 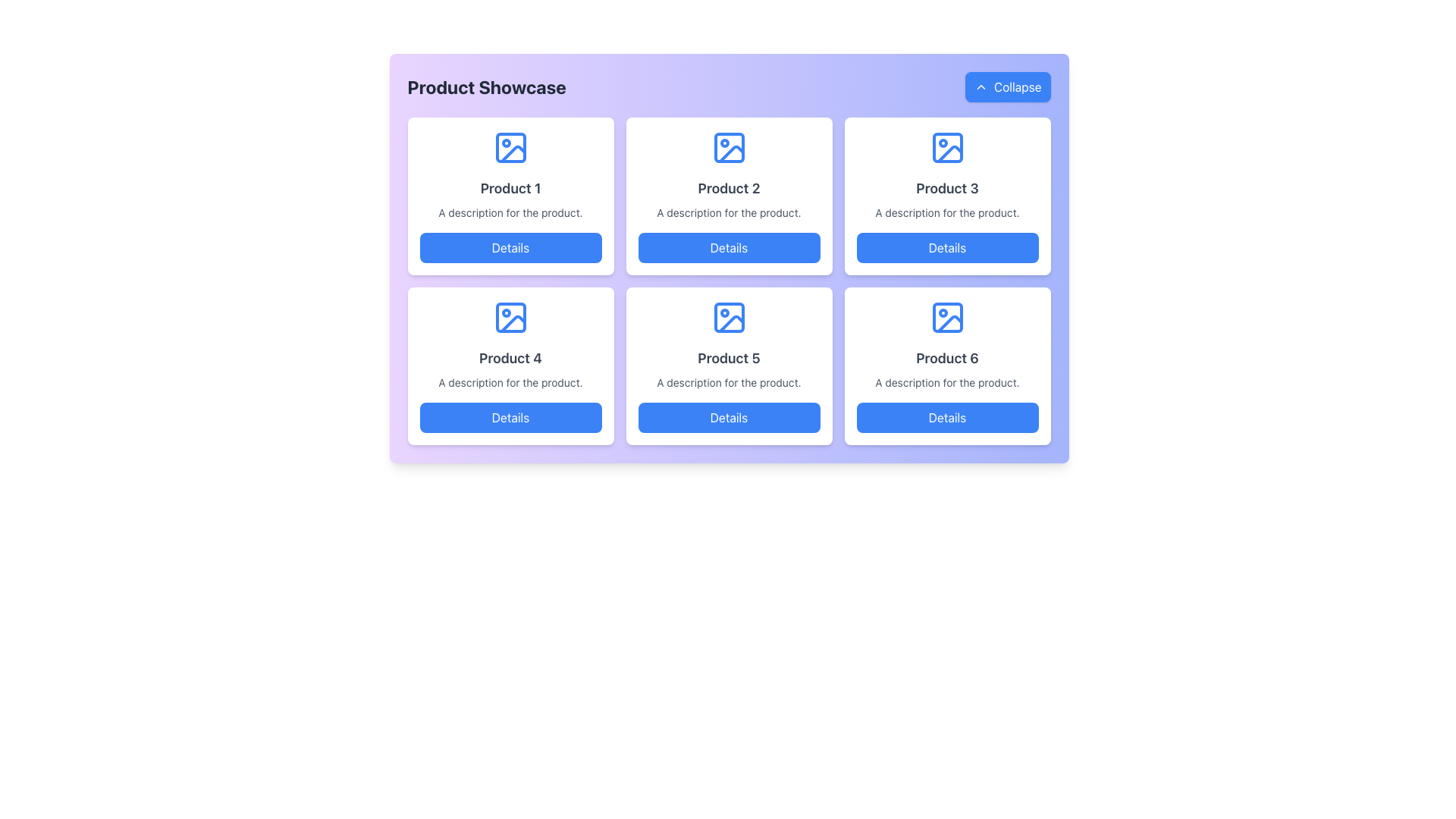 I want to click on text description that says 'A description for the product.' which is styled with a smaller font size and light gray color, located in the second product card in the top row, below the 'Product 2' title and above the 'Details' button, so click(x=729, y=213).